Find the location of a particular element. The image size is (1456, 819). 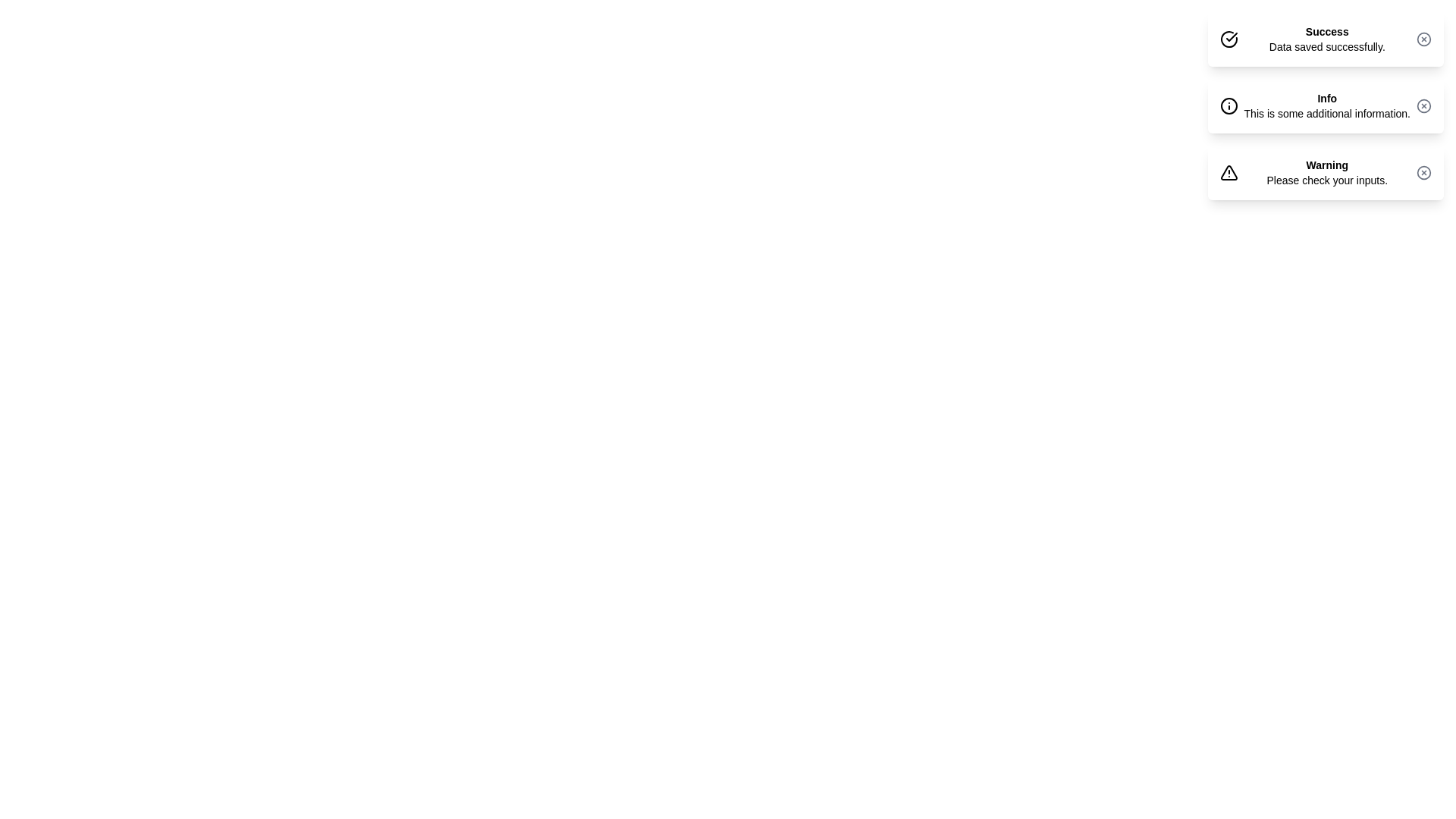

status message text label that conveys a success message indicating that data has been successfully saved, which is located below the title 'Success' in the notification component is located at coordinates (1326, 45).